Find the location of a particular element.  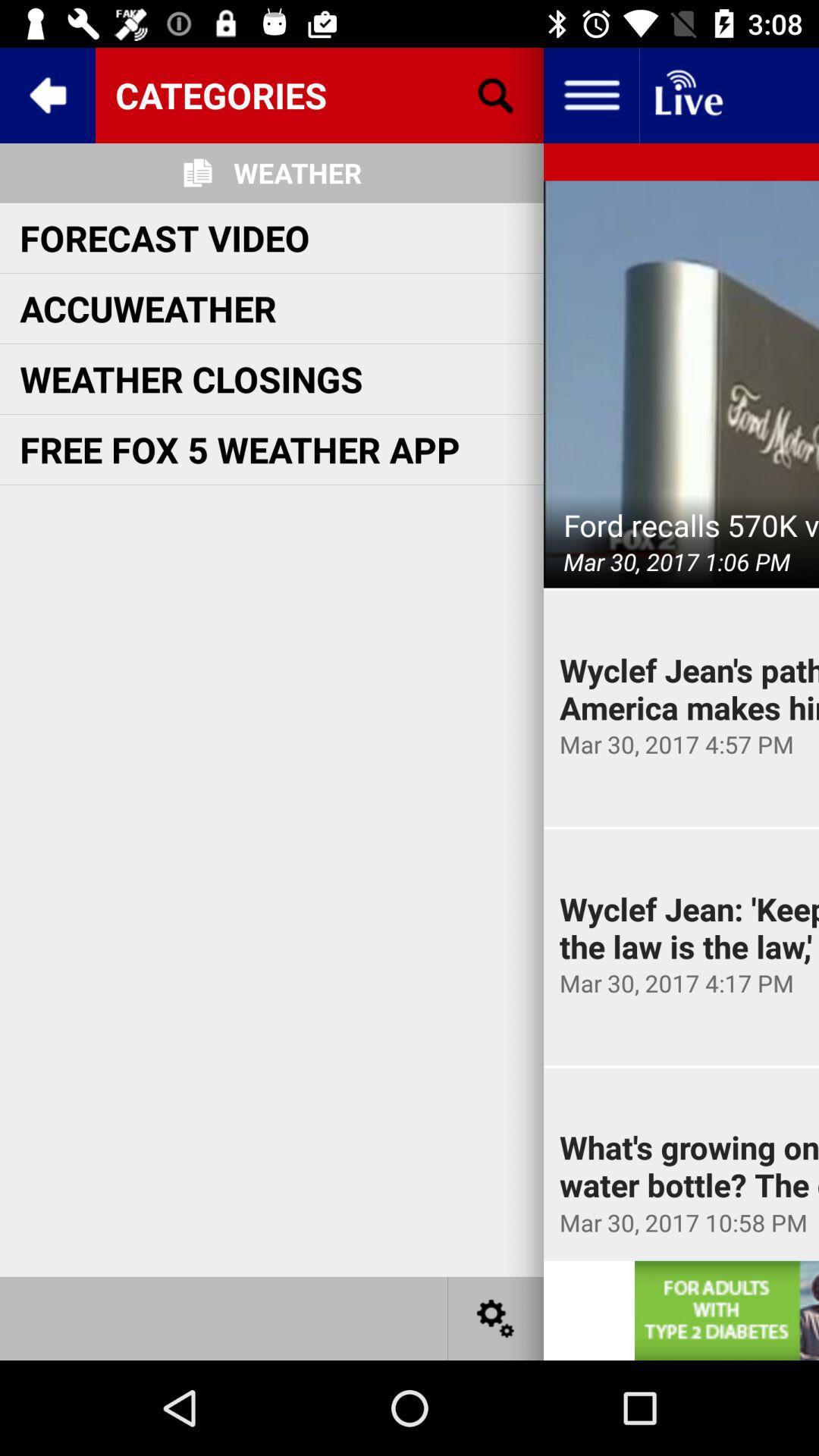

the setting icon at the bottom of the page is located at coordinates (496, 1317).